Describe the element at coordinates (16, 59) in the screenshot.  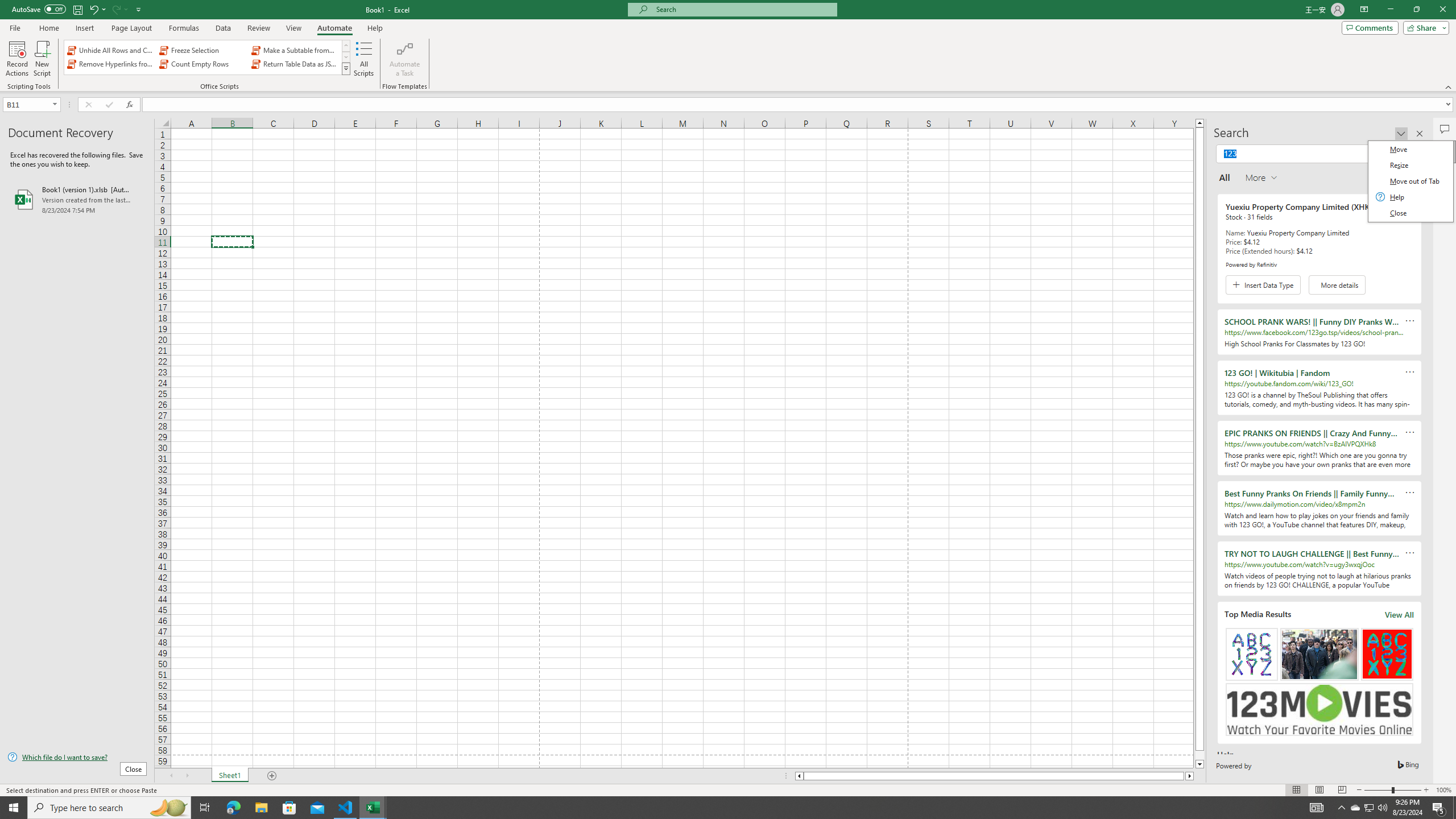
I see `'Record Actions'` at that location.